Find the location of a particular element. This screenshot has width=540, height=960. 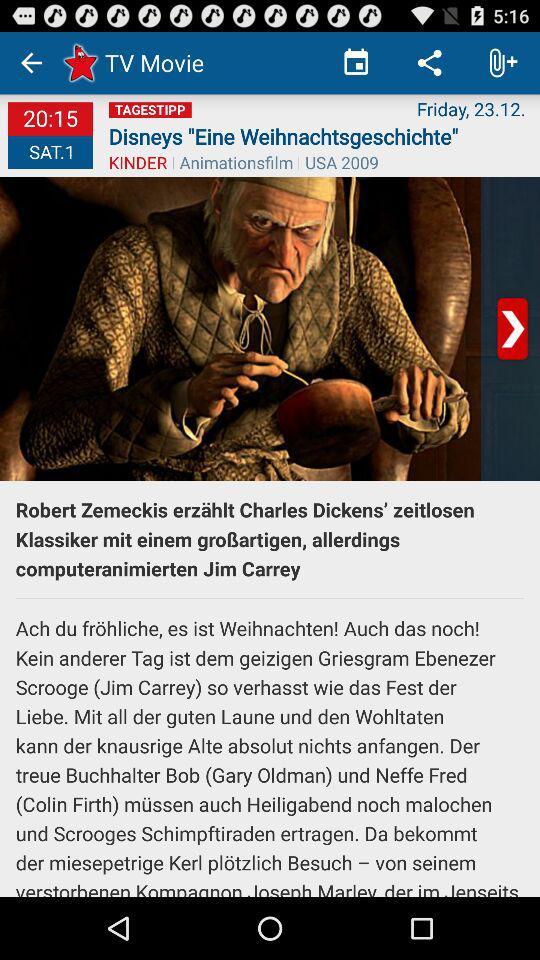

the star mark right to left arrow icon is located at coordinates (77, 62).